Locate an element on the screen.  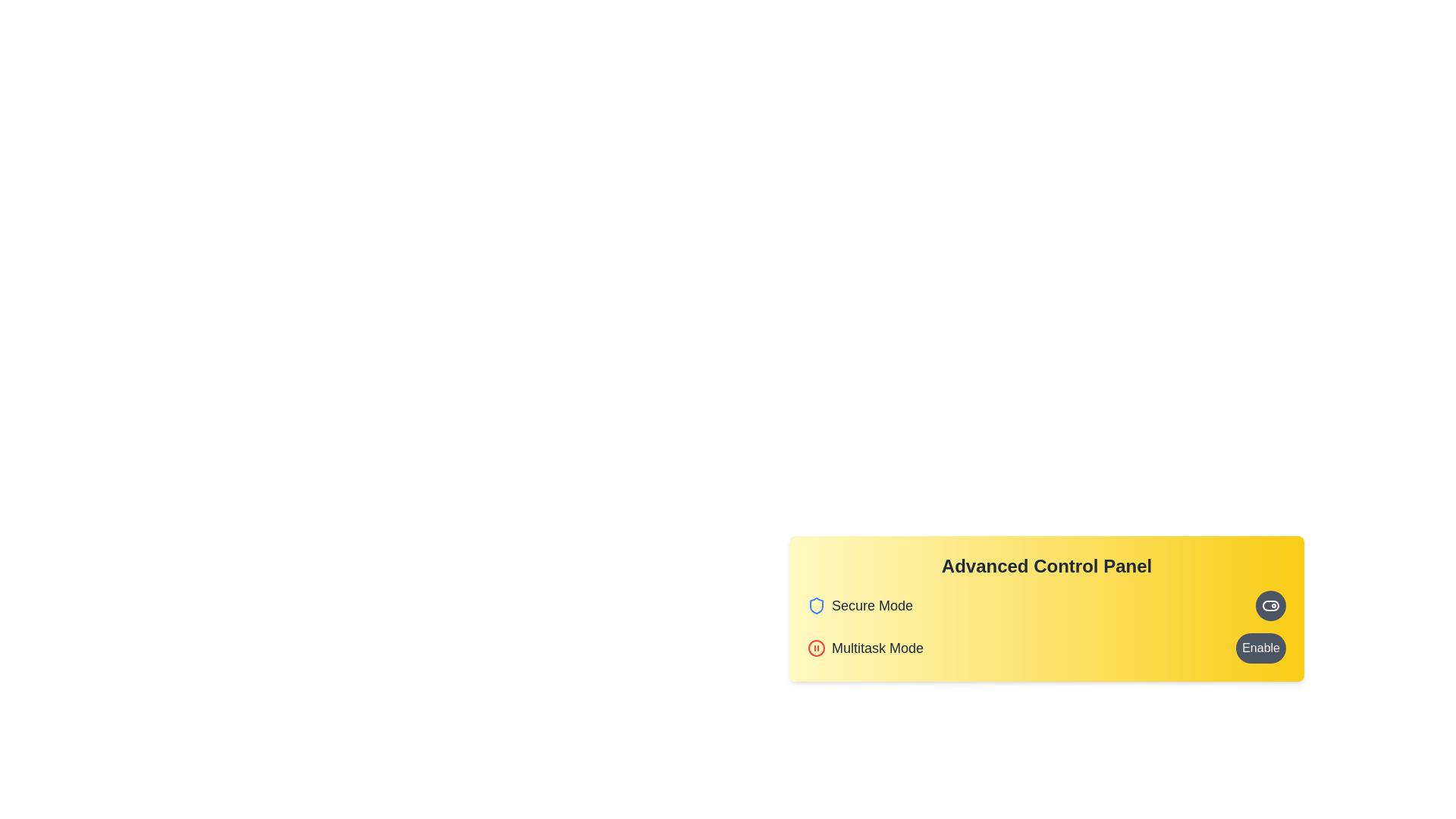
the rounded toggle switch button with a gray background and white outline is located at coordinates (1270, 604).